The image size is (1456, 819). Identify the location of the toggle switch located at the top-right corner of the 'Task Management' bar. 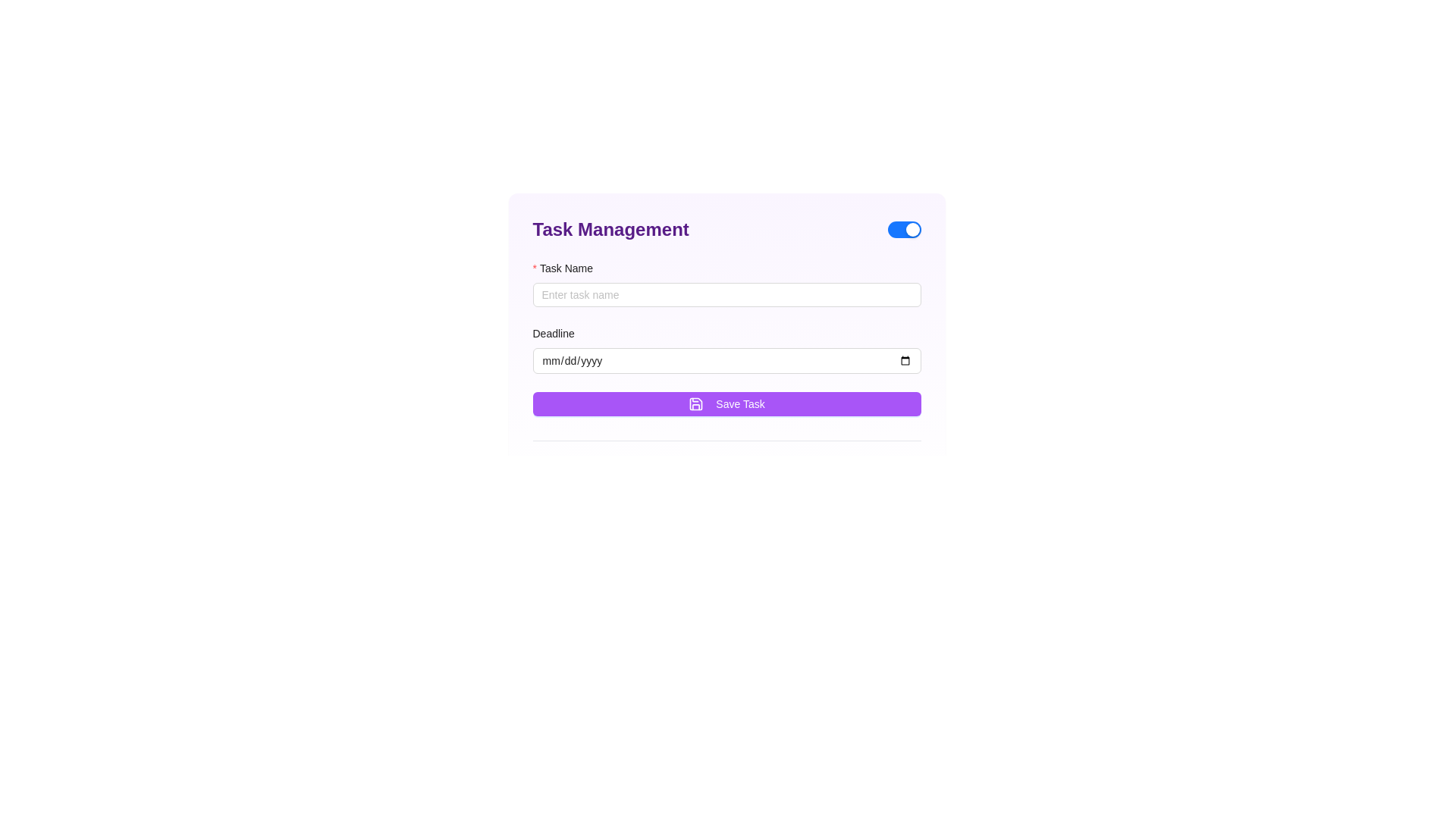
(726, 230).